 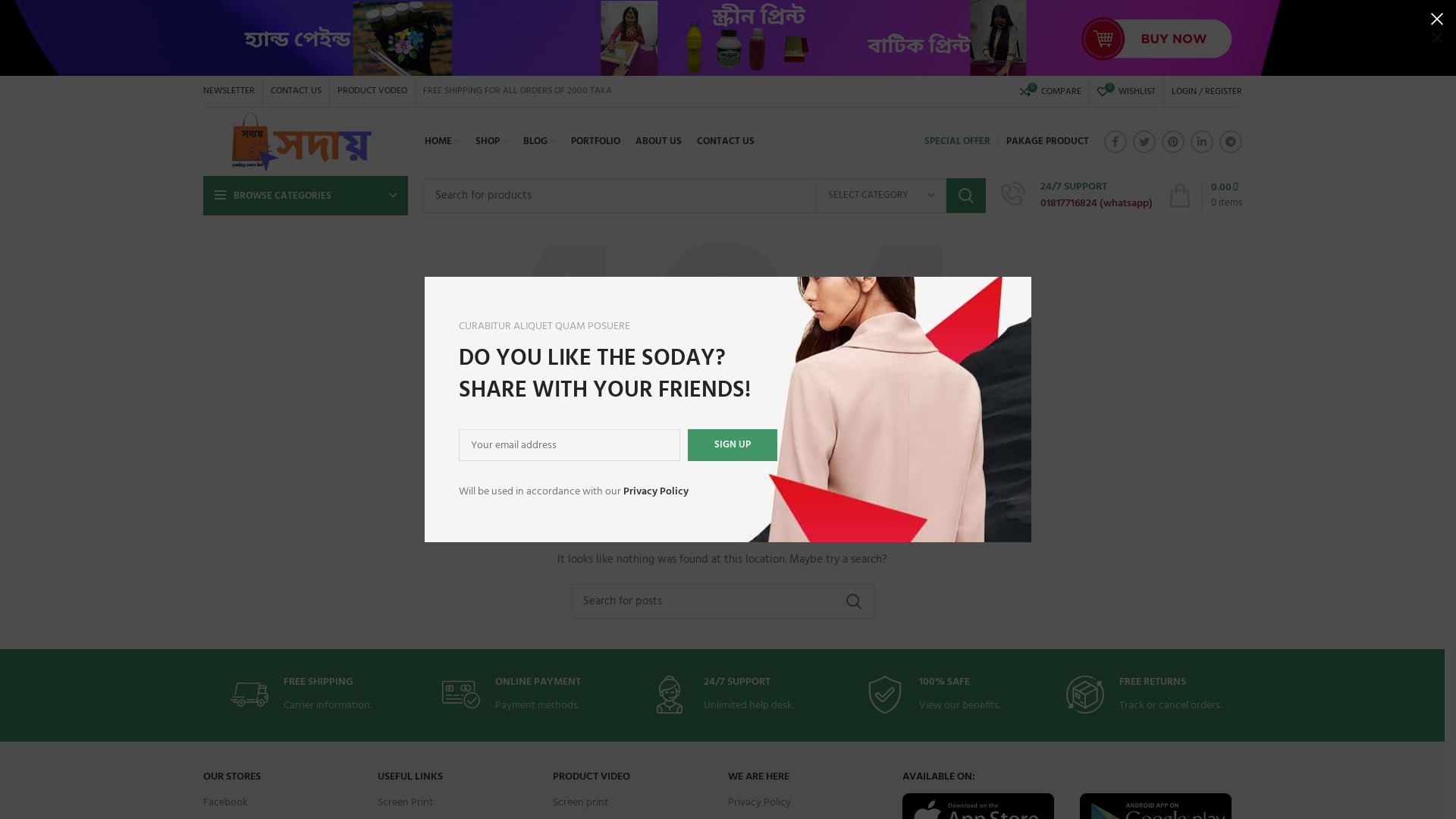 I want to click on 'SEARCH', so click(x=965, y=195).